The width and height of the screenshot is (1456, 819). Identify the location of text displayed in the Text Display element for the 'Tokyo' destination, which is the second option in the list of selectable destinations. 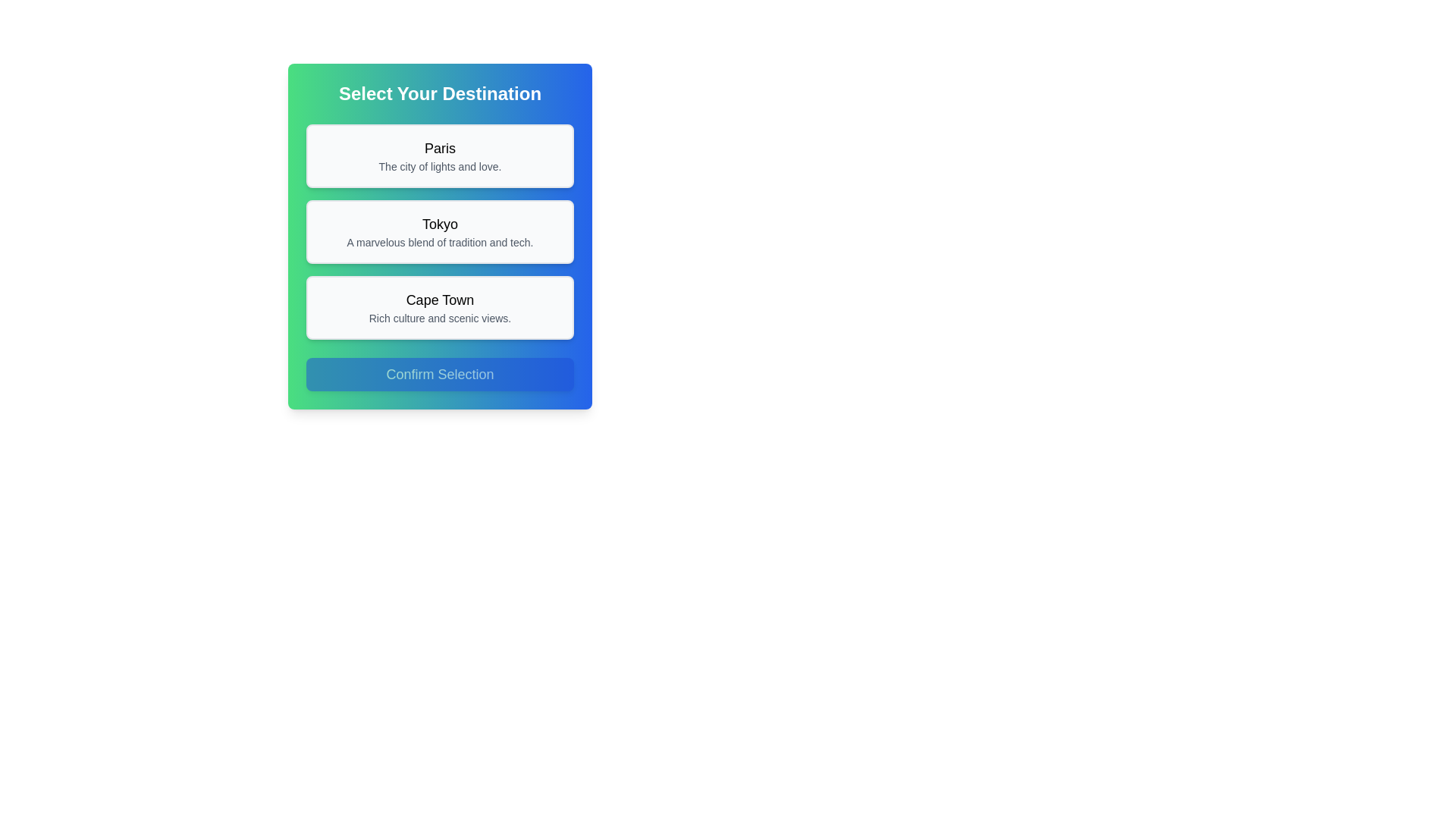
(439, 231).